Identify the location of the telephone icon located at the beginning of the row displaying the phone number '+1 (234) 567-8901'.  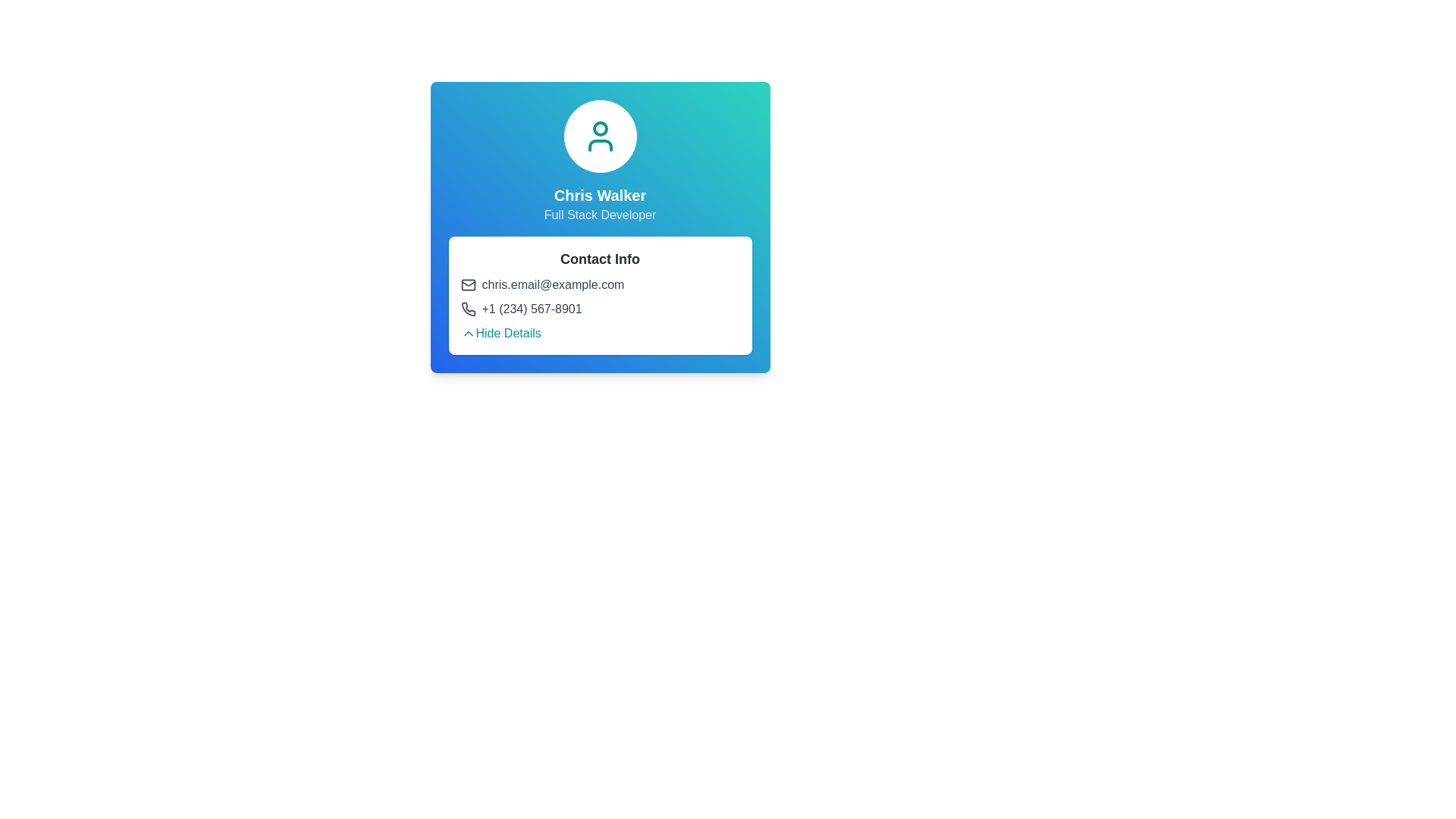
(467, 309).